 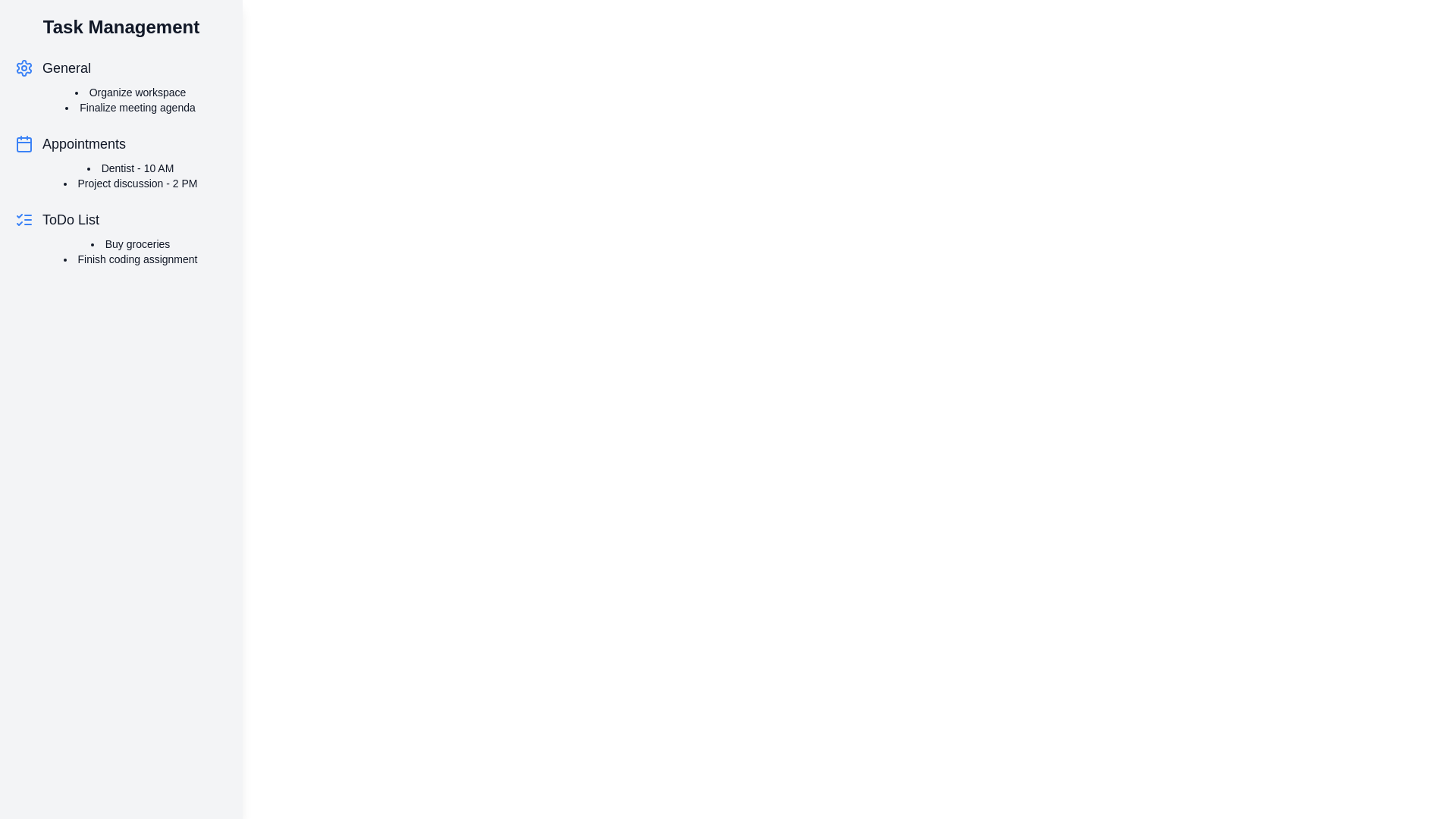 I want to click on the task category ToDo List by clicking on its name or icon, so click(x=69, y=219).